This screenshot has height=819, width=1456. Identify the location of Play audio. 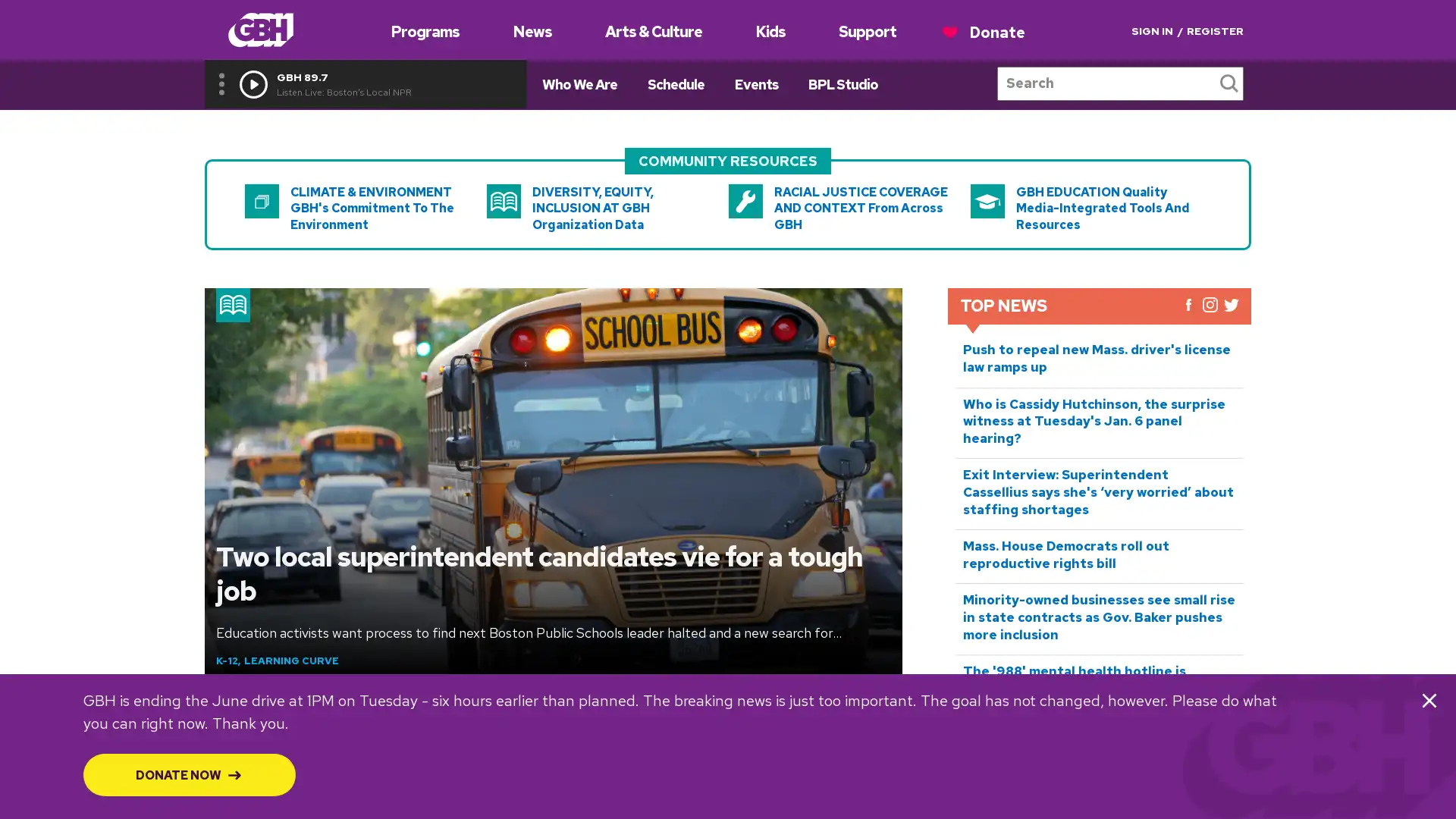
(253, 83).